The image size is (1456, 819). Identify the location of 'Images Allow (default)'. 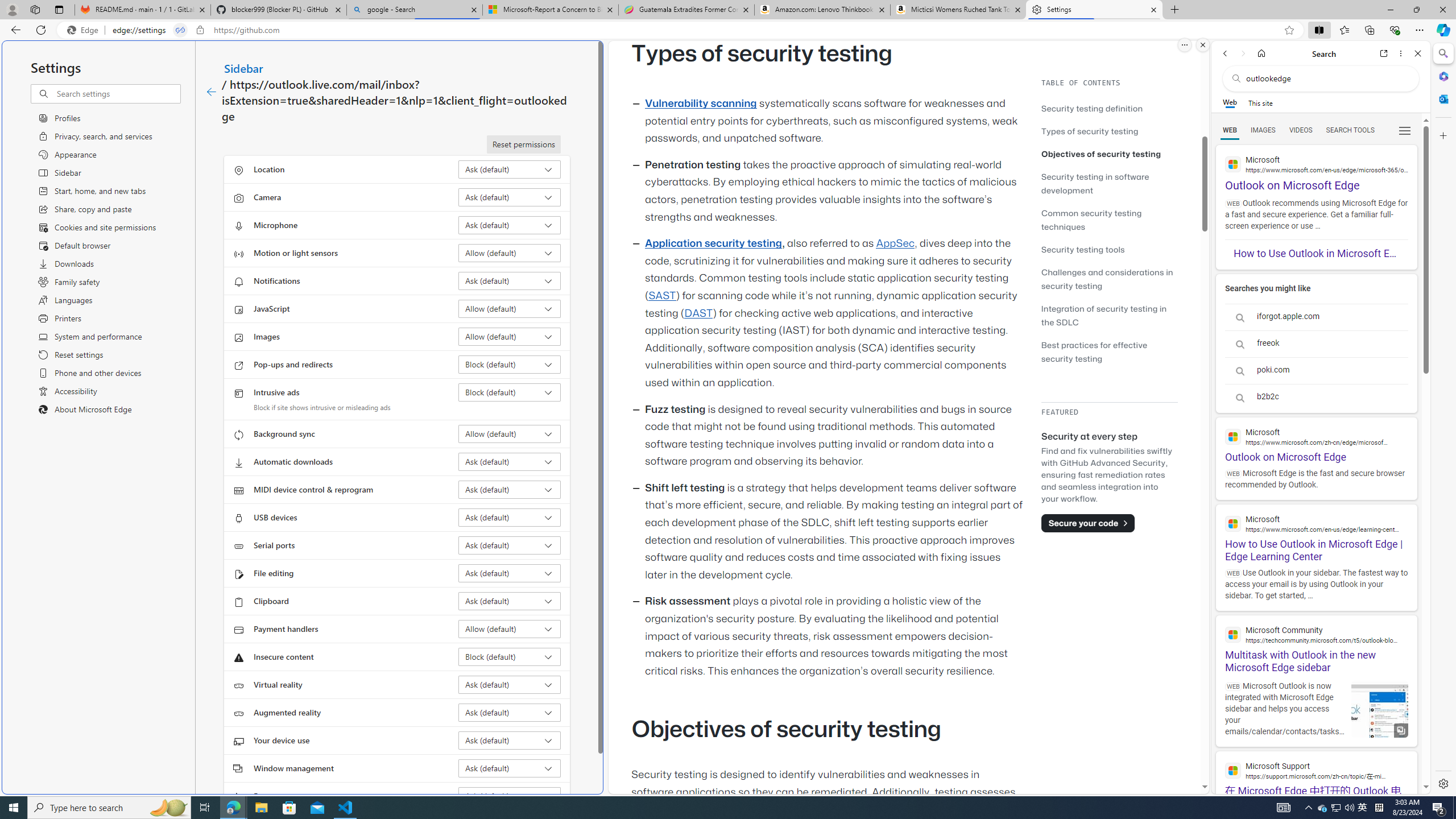
(510, 336).